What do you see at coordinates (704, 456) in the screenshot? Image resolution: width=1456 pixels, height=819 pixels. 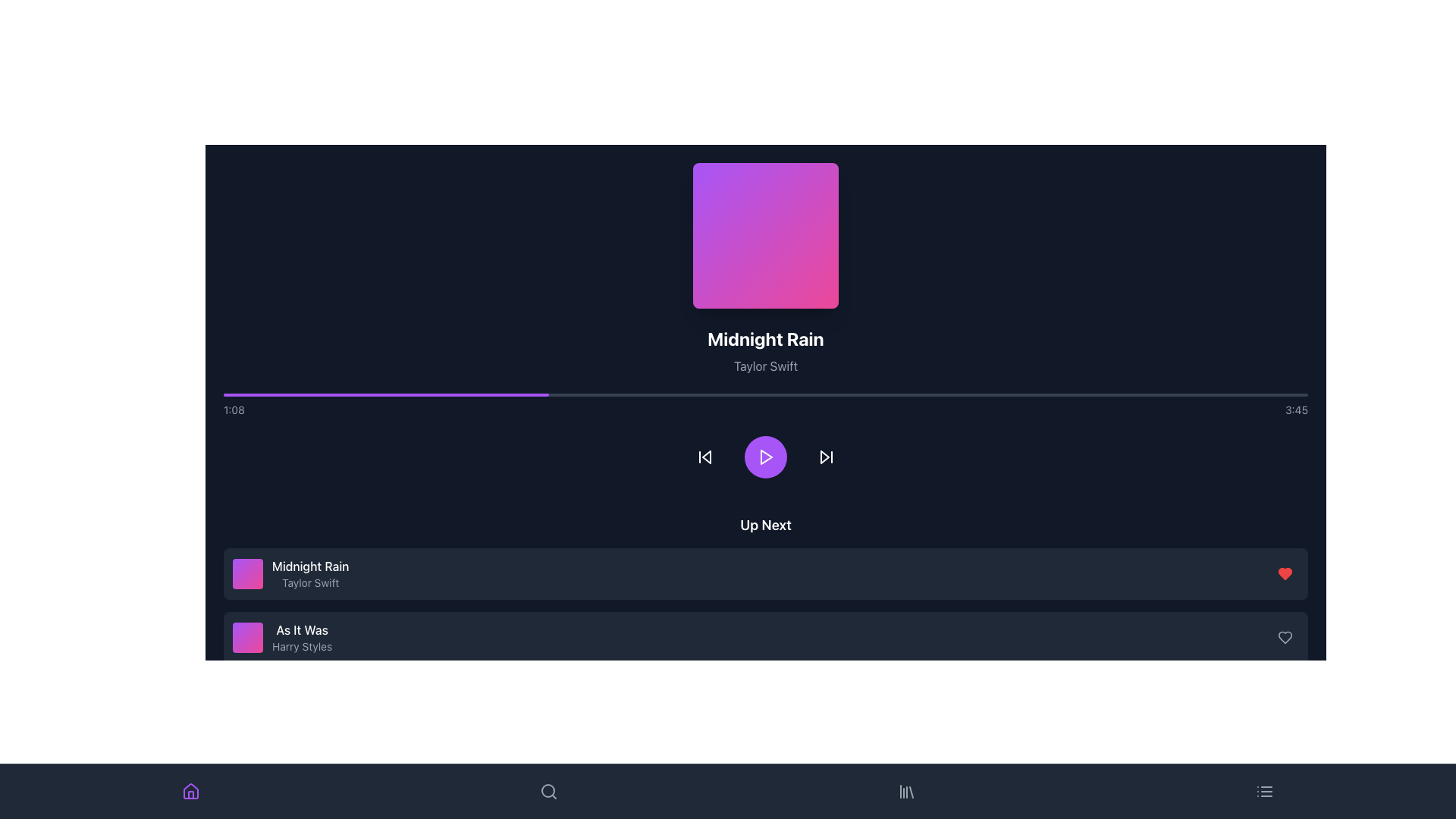 I see `the skip backward button located near the bottom-center of the interface, to the left of the circular play button` at bounding box center [704, 456].